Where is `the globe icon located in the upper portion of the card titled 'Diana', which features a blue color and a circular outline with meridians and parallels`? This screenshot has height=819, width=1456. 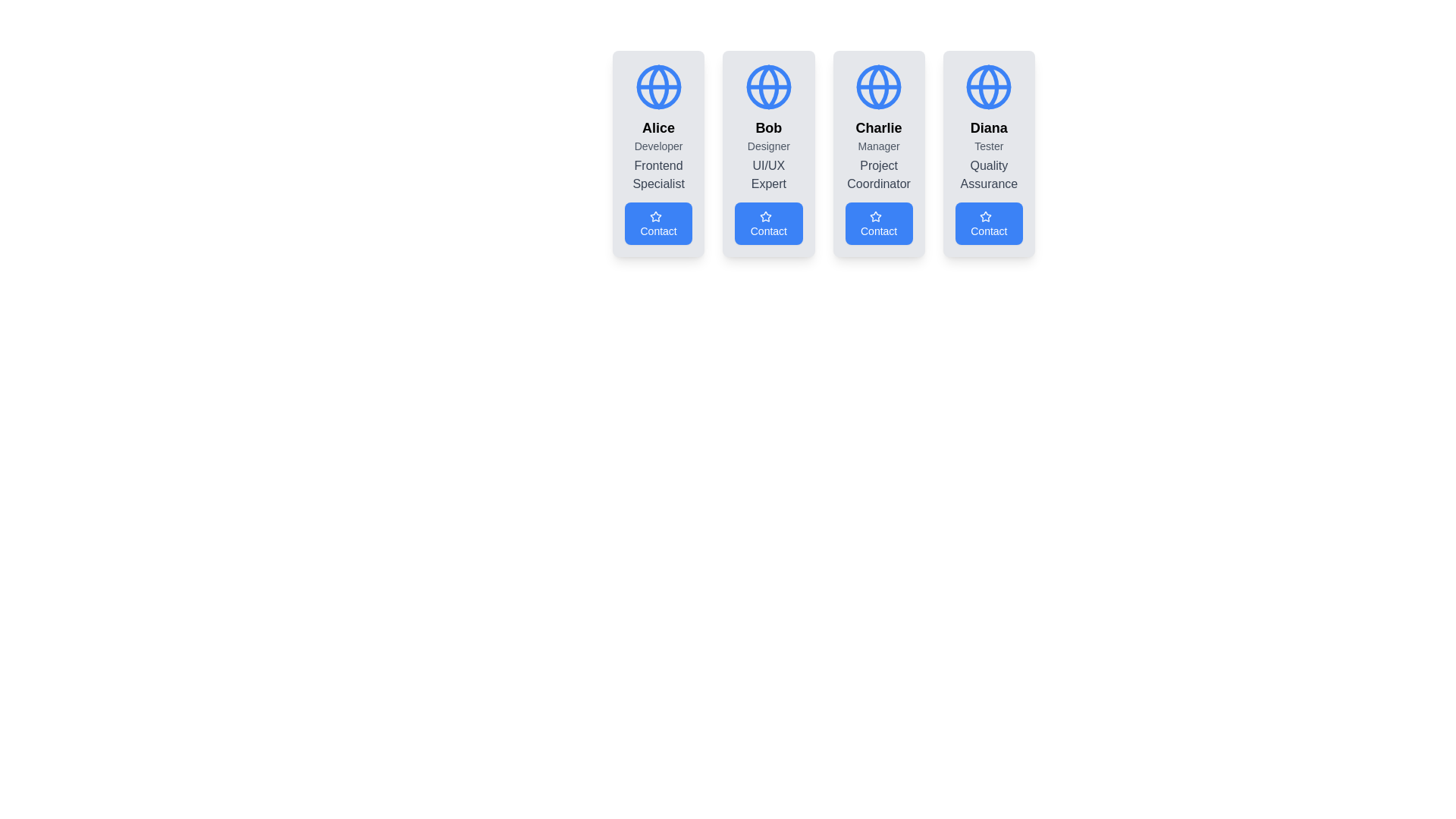
the globe icon located in the upper portion of the card titled 'Diana', which features a blue color and a circular outline with meridians and parallels is located at coordinates (989, 87).